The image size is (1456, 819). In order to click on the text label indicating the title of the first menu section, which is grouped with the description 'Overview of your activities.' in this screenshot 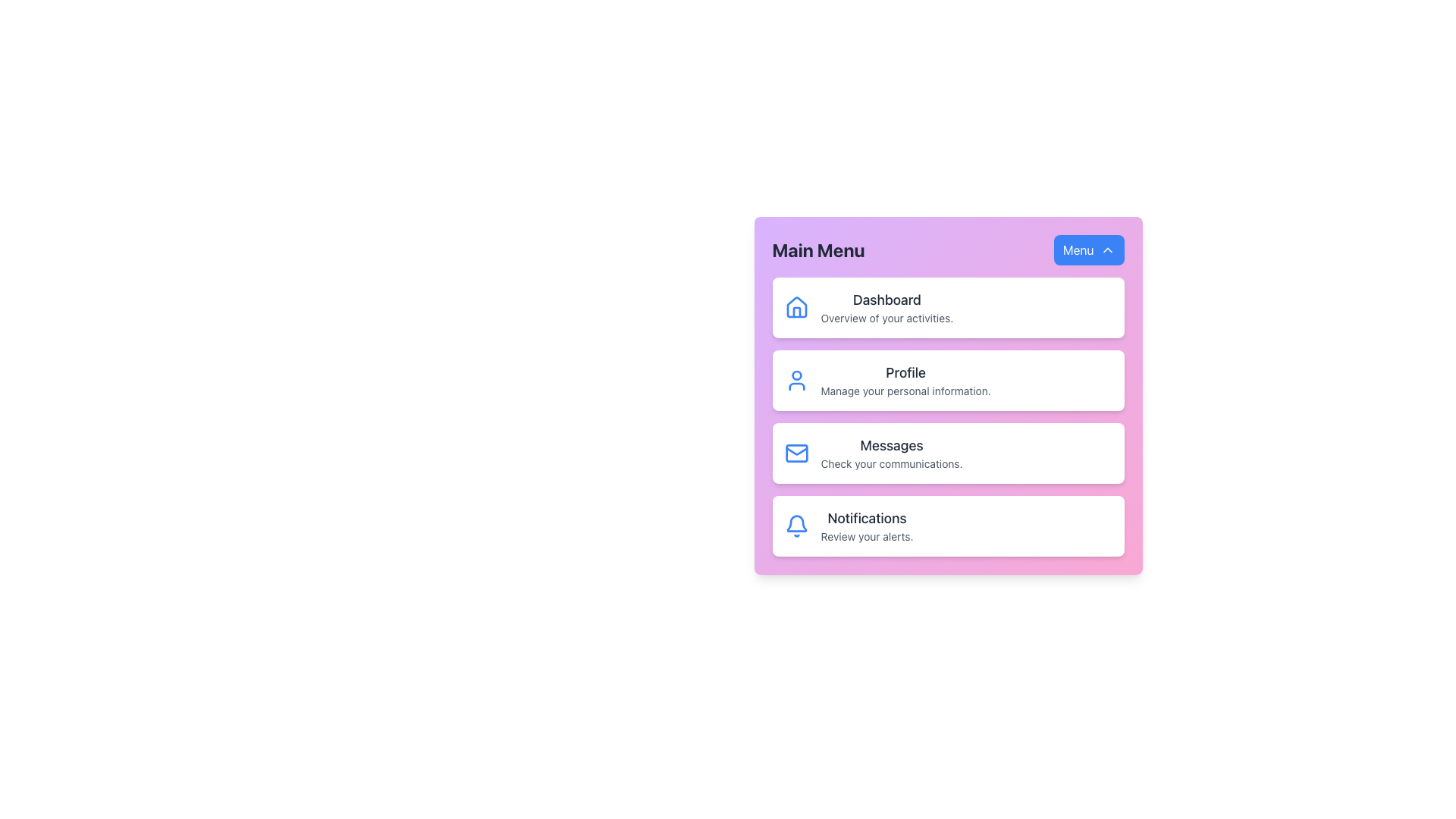, I will do `click(886, 300)`.